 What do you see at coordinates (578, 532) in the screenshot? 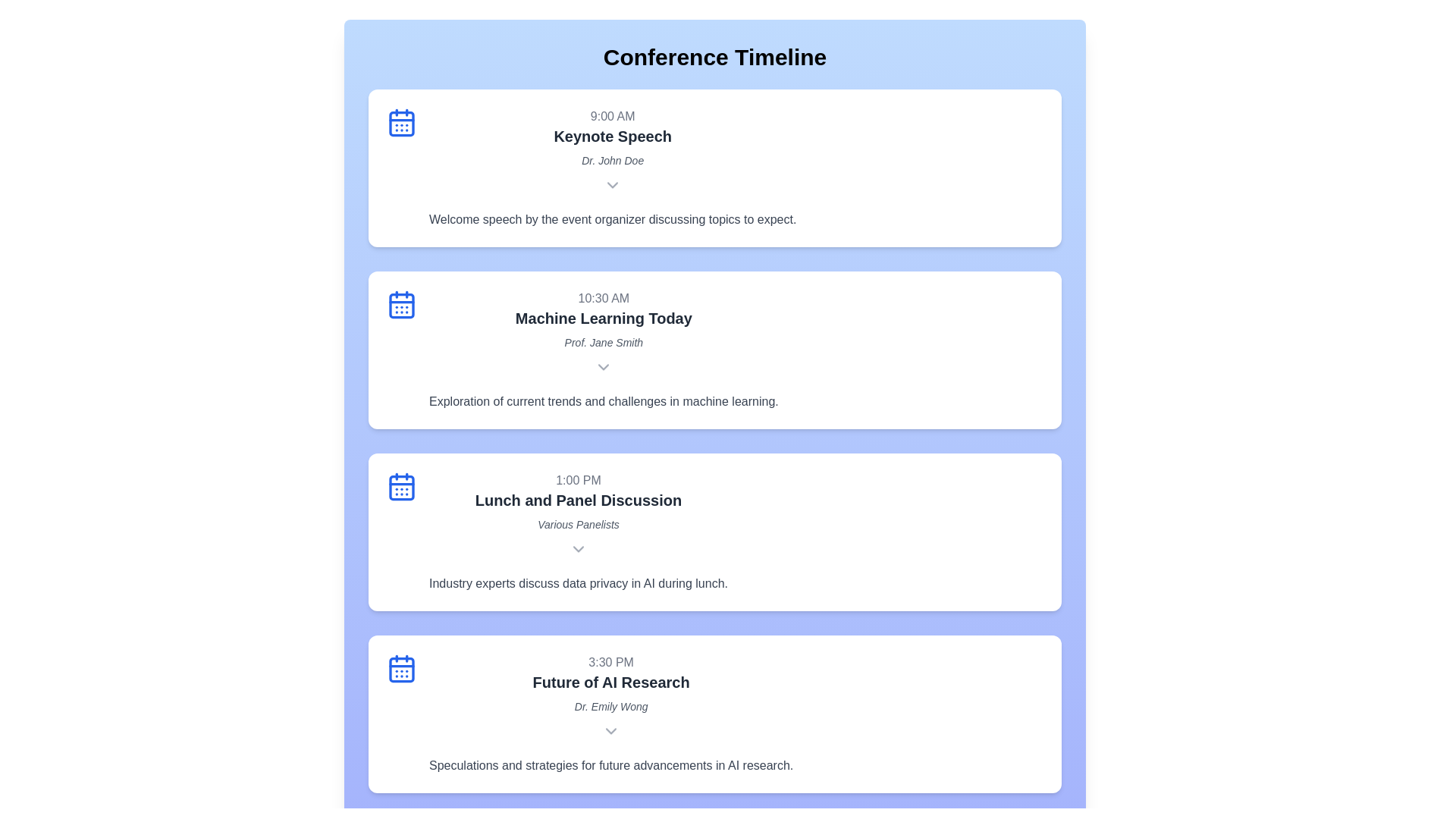
I see `information contained in the third informational block in the timeline interface, which provides details about a specific event including time, title, speaker(s), and description` at bounding box center [578, 532].